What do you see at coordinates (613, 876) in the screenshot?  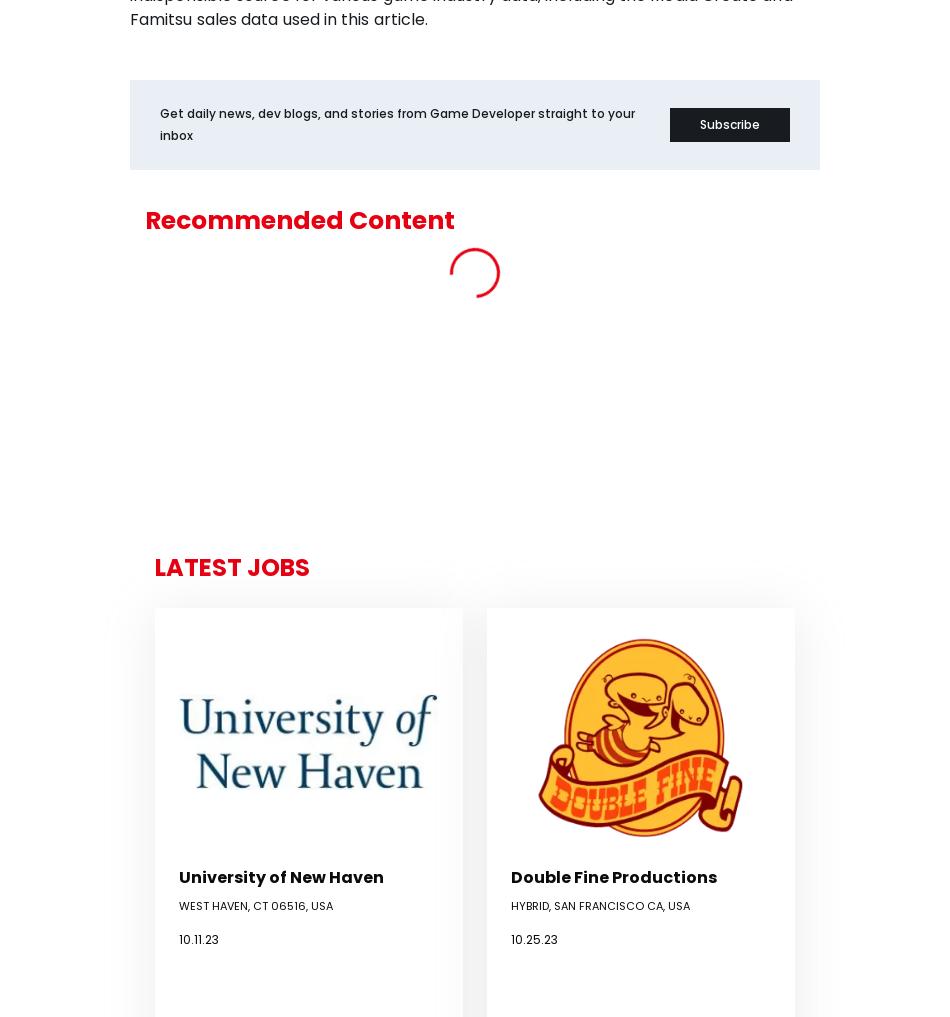 I see `'Double Fine Productions'` at bounding box center [613, 876].